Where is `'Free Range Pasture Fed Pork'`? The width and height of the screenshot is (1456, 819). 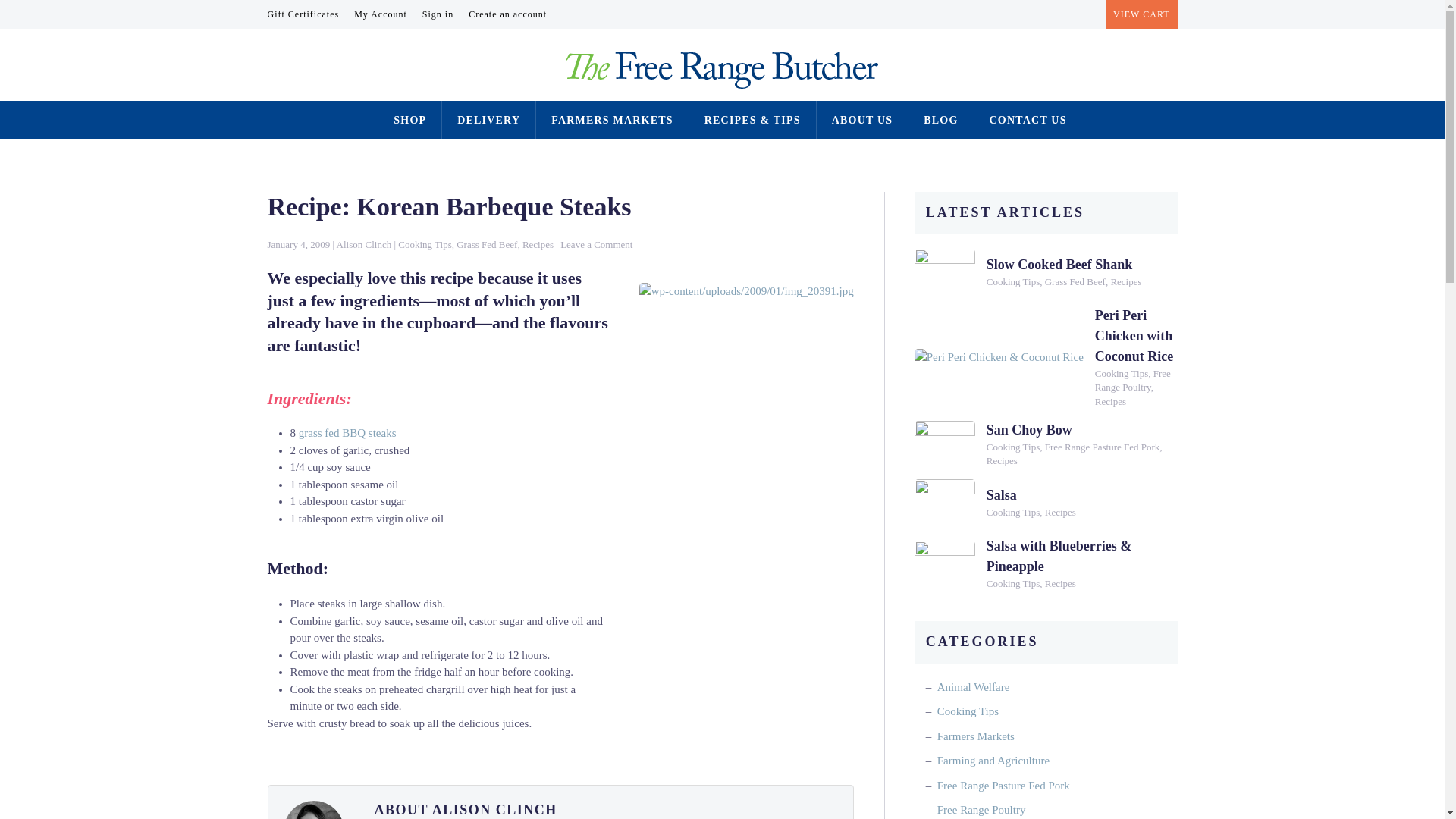
'Free Range Pasture Fed Pork' is located at coordinates (1003, 785).